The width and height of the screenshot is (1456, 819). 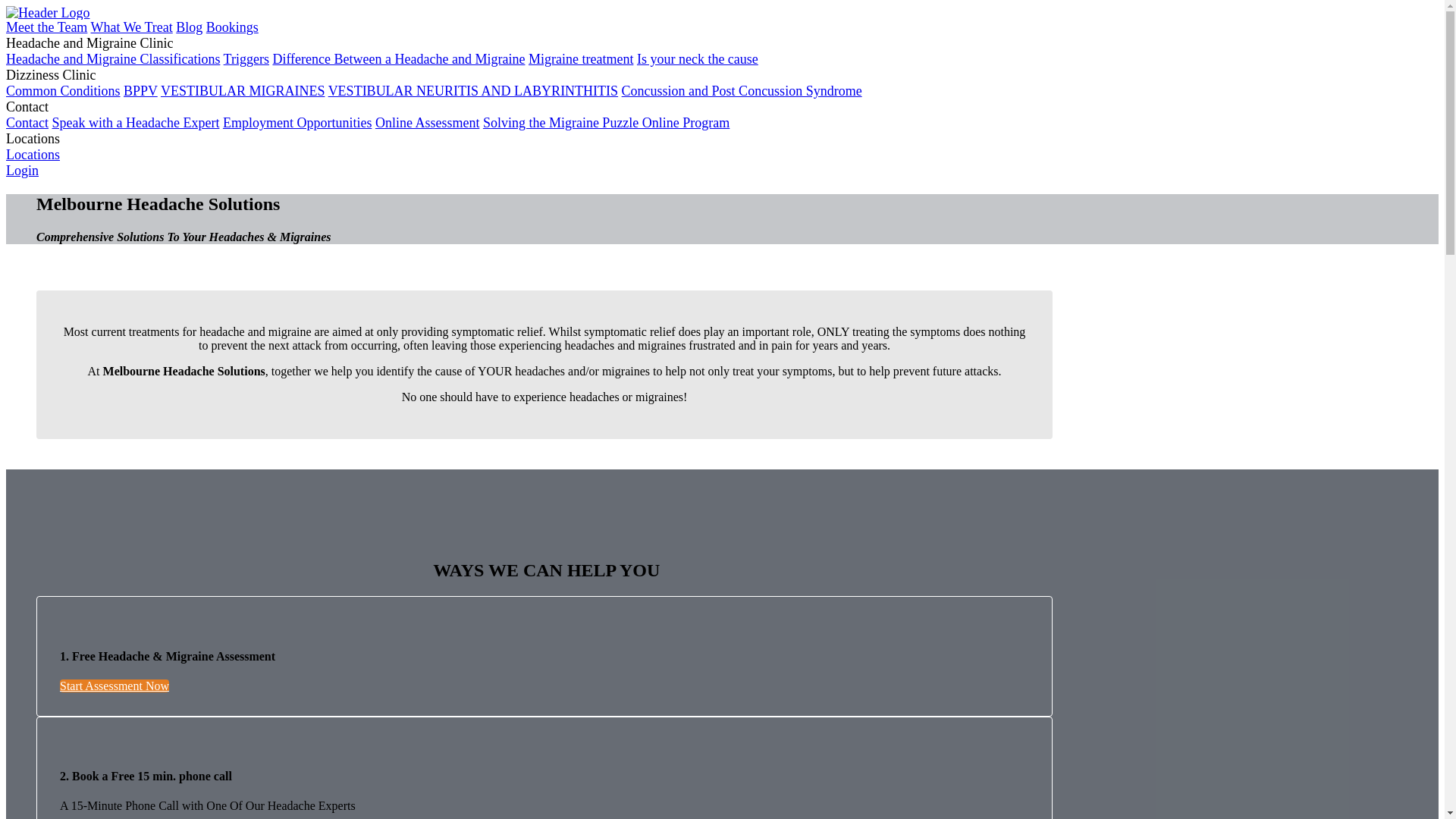 What do you see at coordinates (131, 27) in the screenshot?
I see `'What We Treat'` at bounding box center [131, 27].